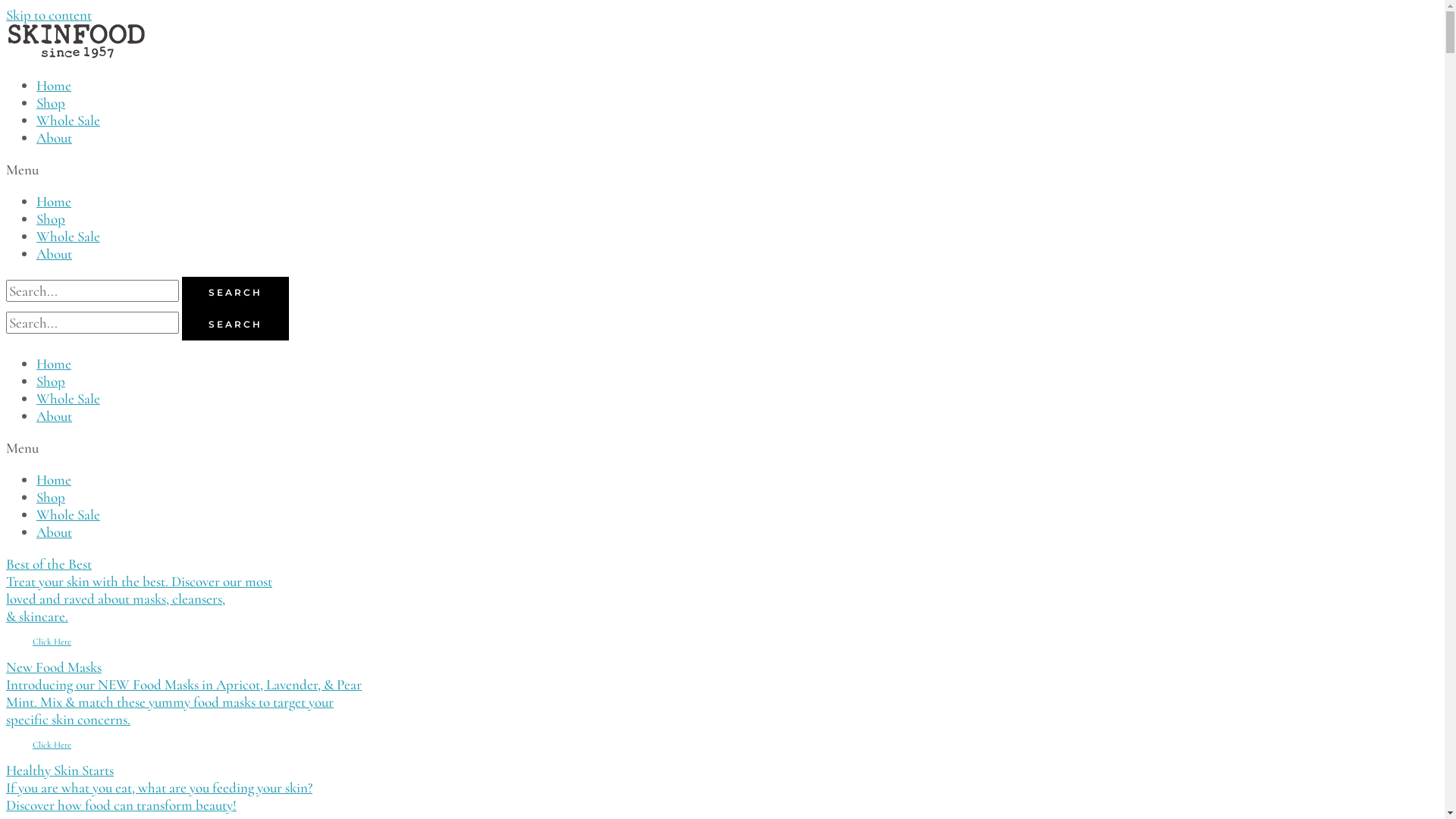  I want to click on 'Shop', so click(51, 218).